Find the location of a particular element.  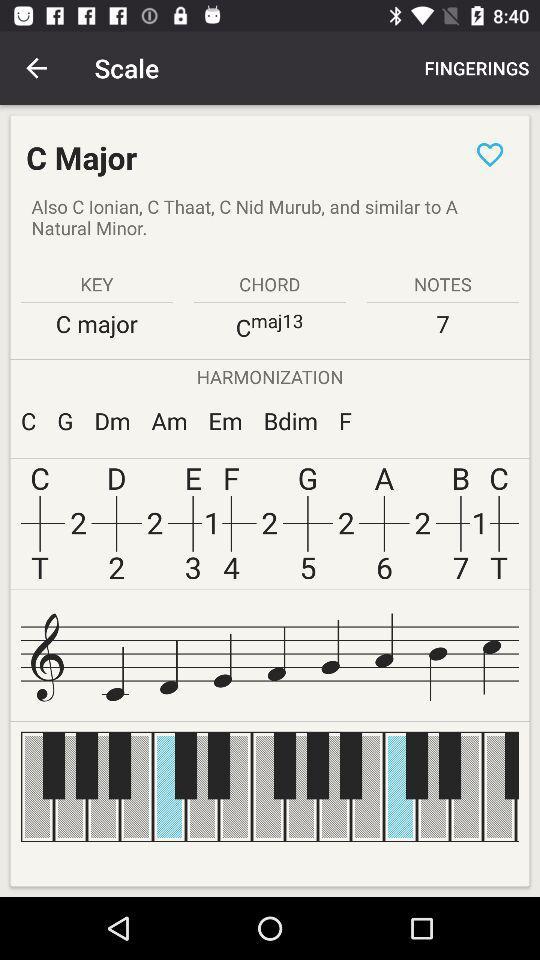

to favorites is located at coordinates (489, 153).